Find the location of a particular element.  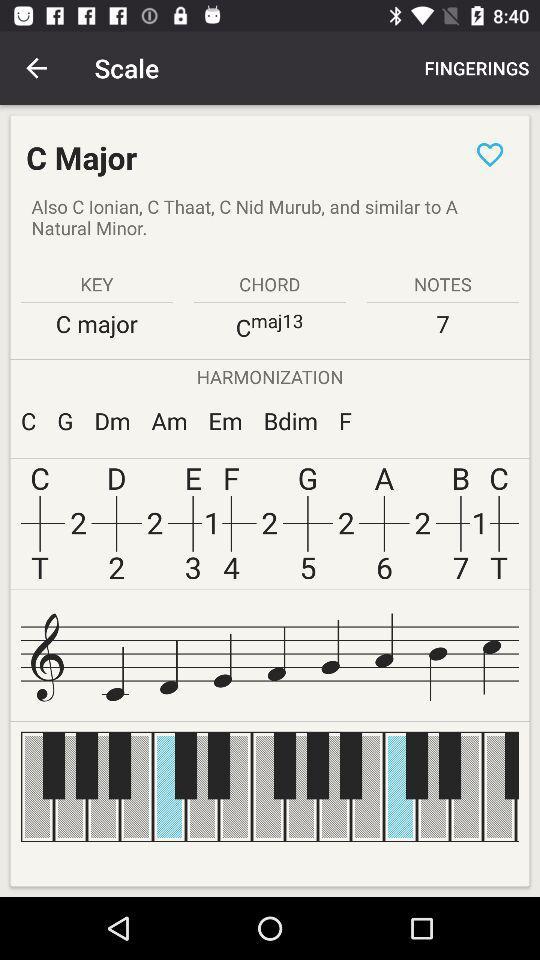

to favorites is located at coordinates (489, 153).